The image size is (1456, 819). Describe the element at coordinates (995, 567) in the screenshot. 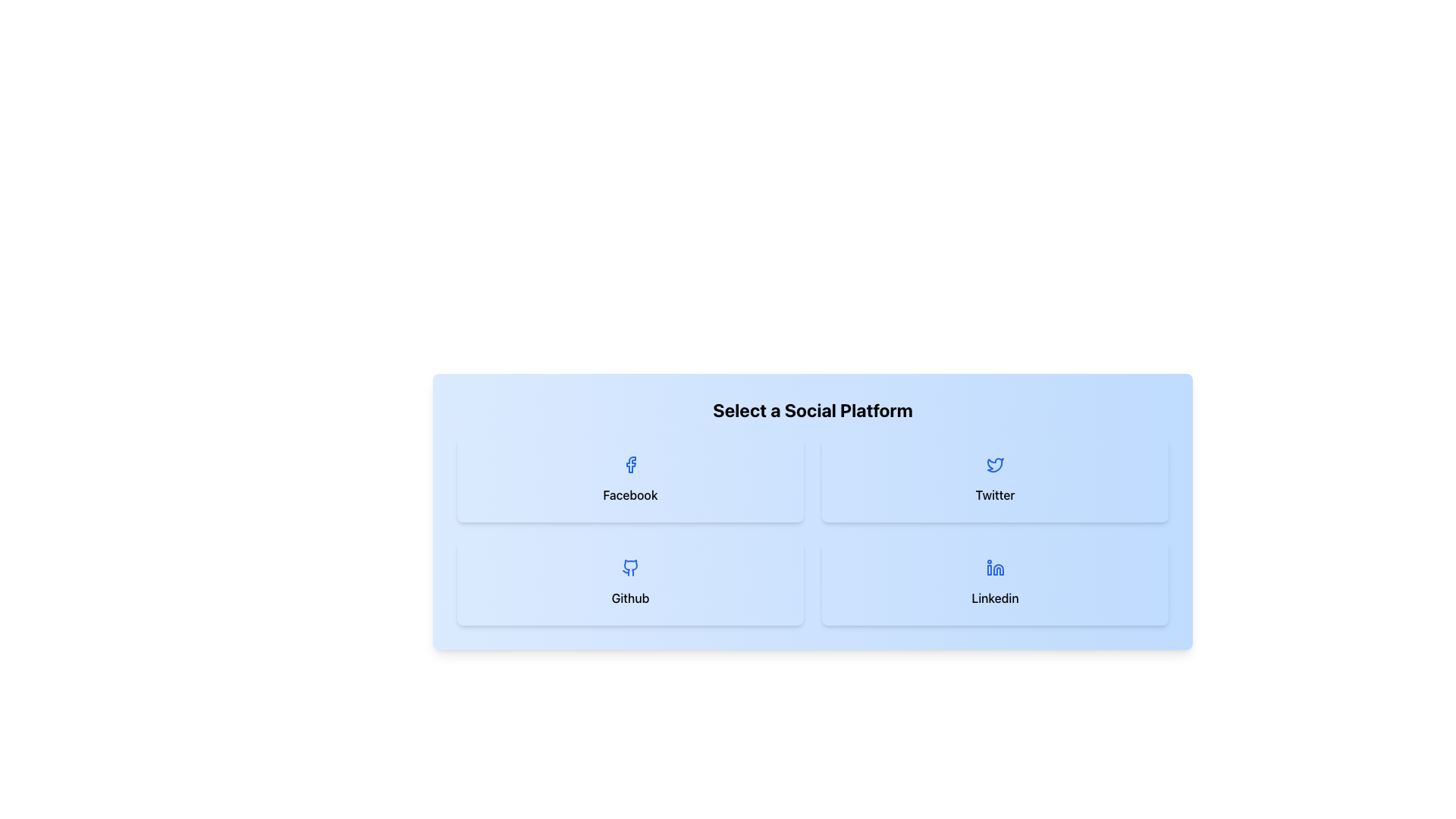

I see `the blue LinkedIn logo icon located in the center of the LinkedIn card, which is positioned below the title text` at that location.